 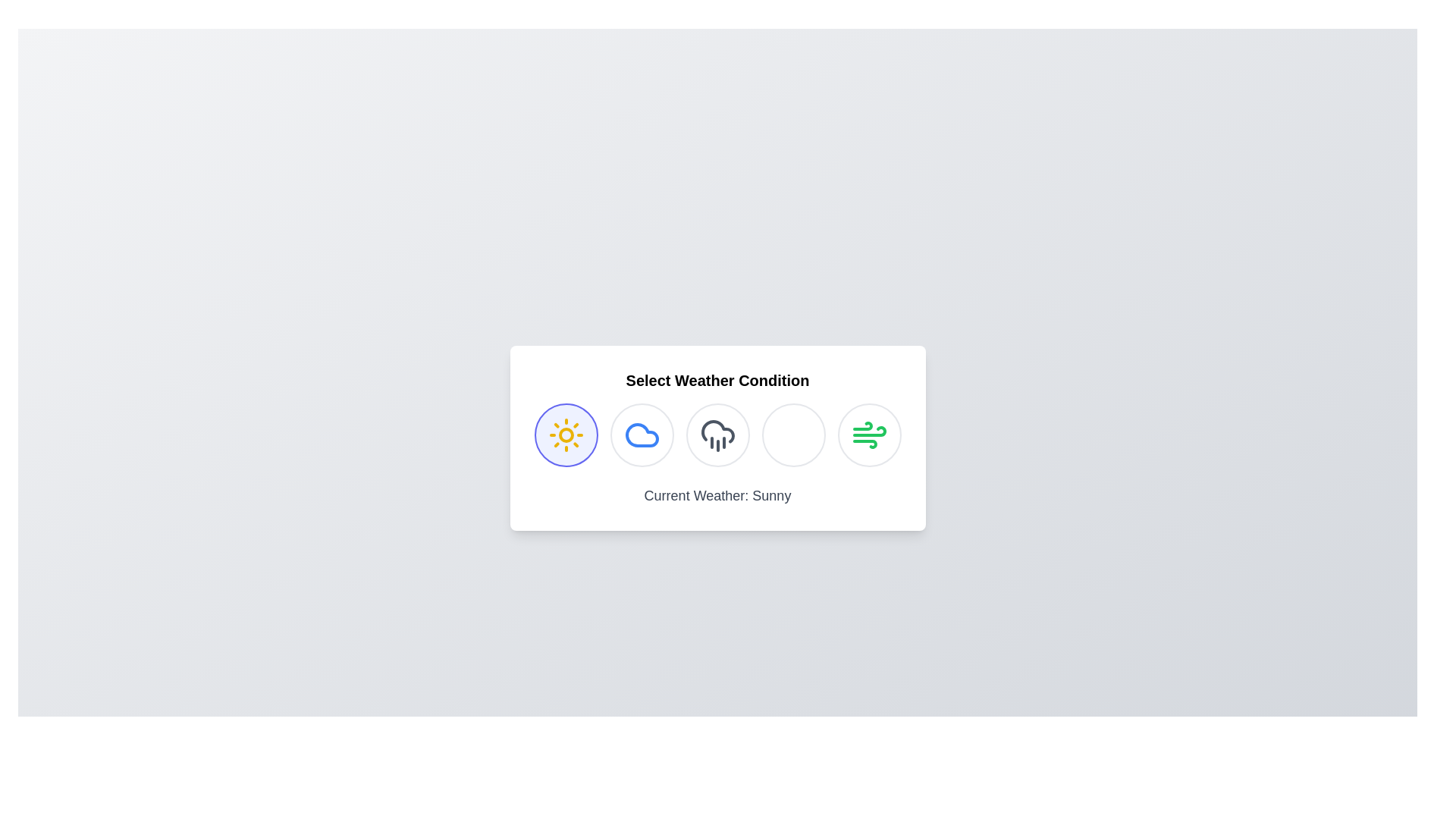 I want to click on the green-stroked wind icon curve, which is the bottom component of the weather-related icon group located on the rightmost side of the interface, so click(x=864, y=444).